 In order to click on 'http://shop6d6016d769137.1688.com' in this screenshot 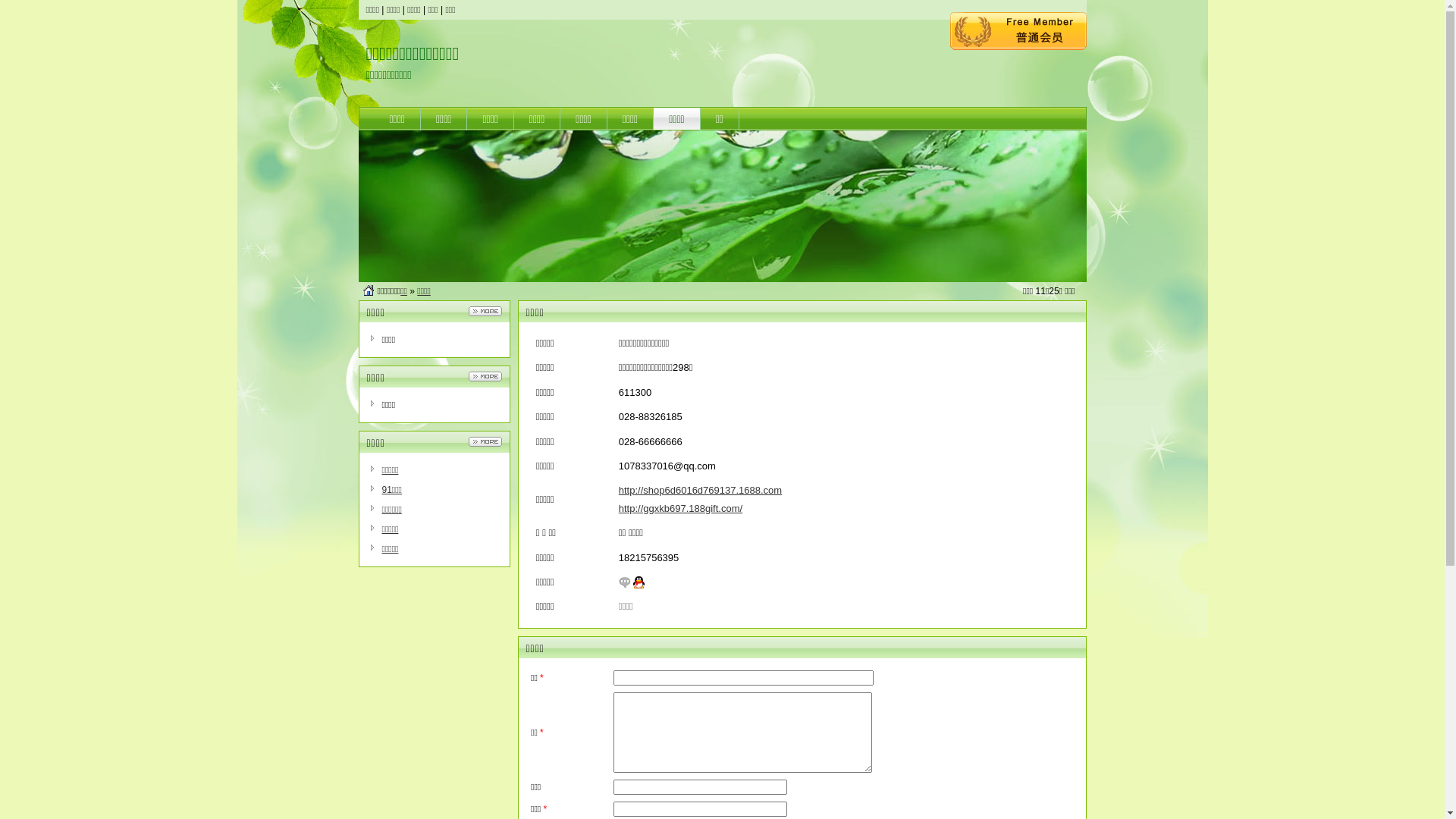, I will do `click(699, 490)`.